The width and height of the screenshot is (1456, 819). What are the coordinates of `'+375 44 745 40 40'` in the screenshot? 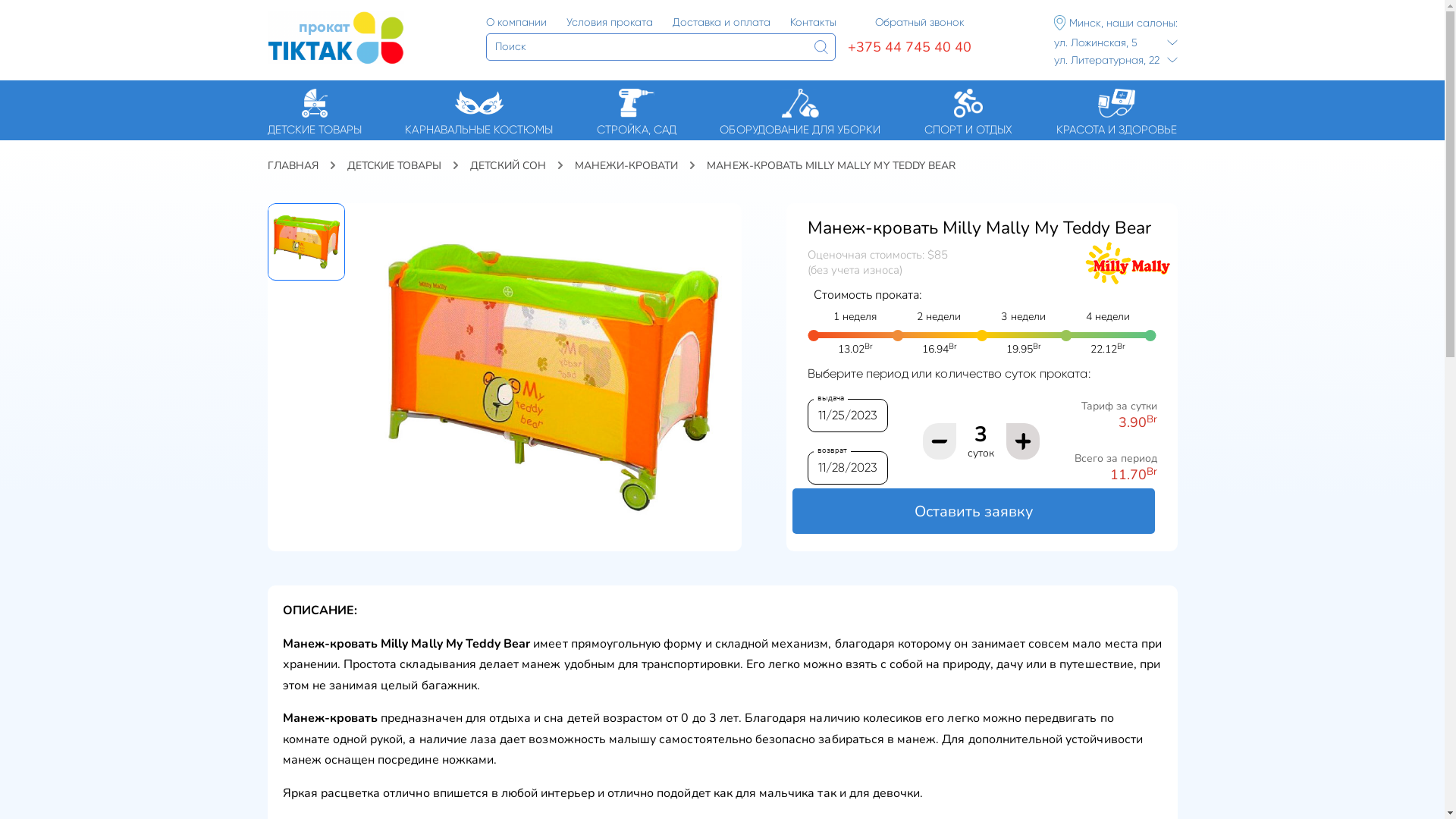 It's located at (909, 46).